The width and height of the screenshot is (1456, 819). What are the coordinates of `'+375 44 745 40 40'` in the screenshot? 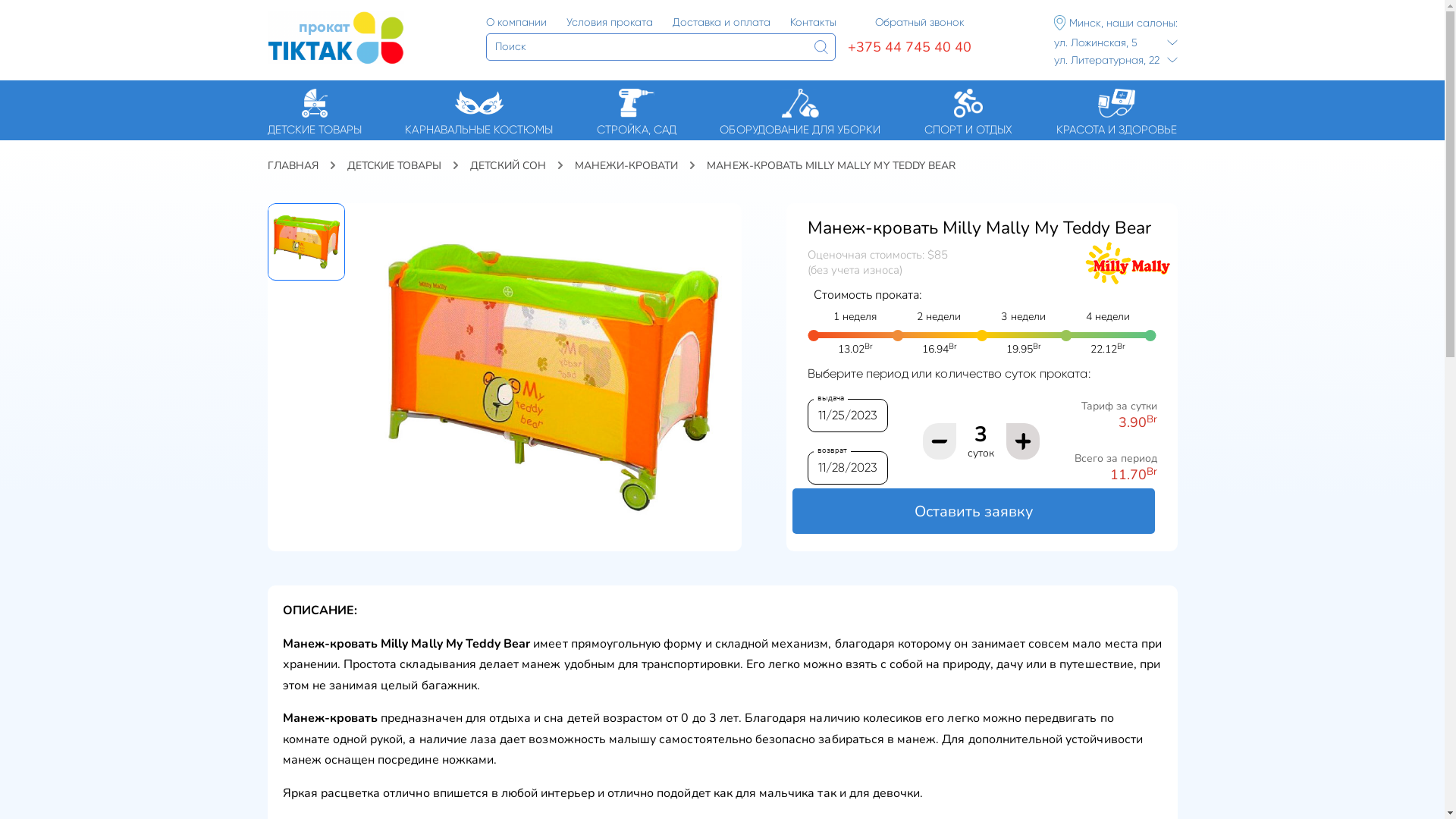 It's located at (909, 46).